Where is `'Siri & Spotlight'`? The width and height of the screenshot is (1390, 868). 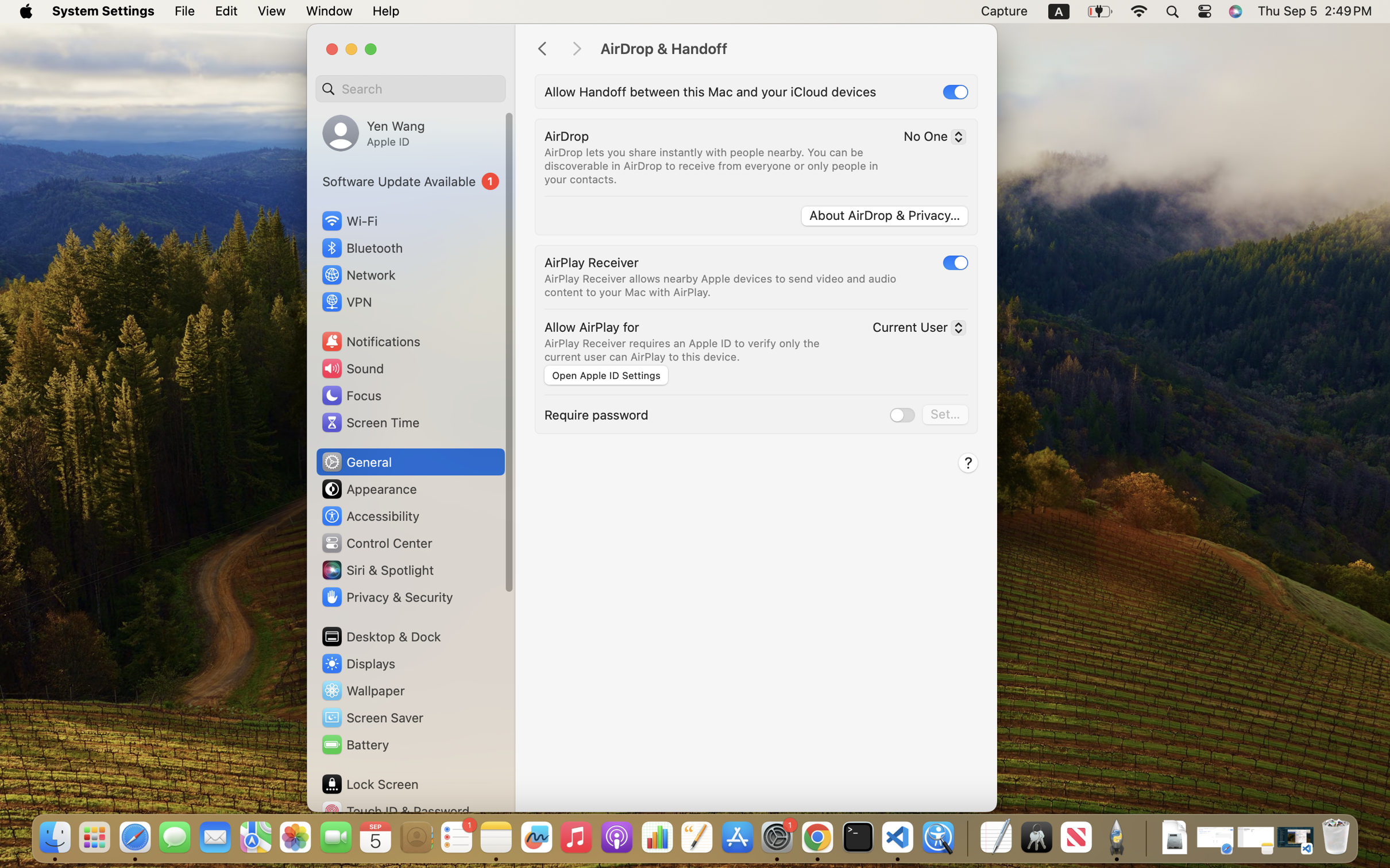
'Siri & Spotlight' is located at coordinates (376, 569).